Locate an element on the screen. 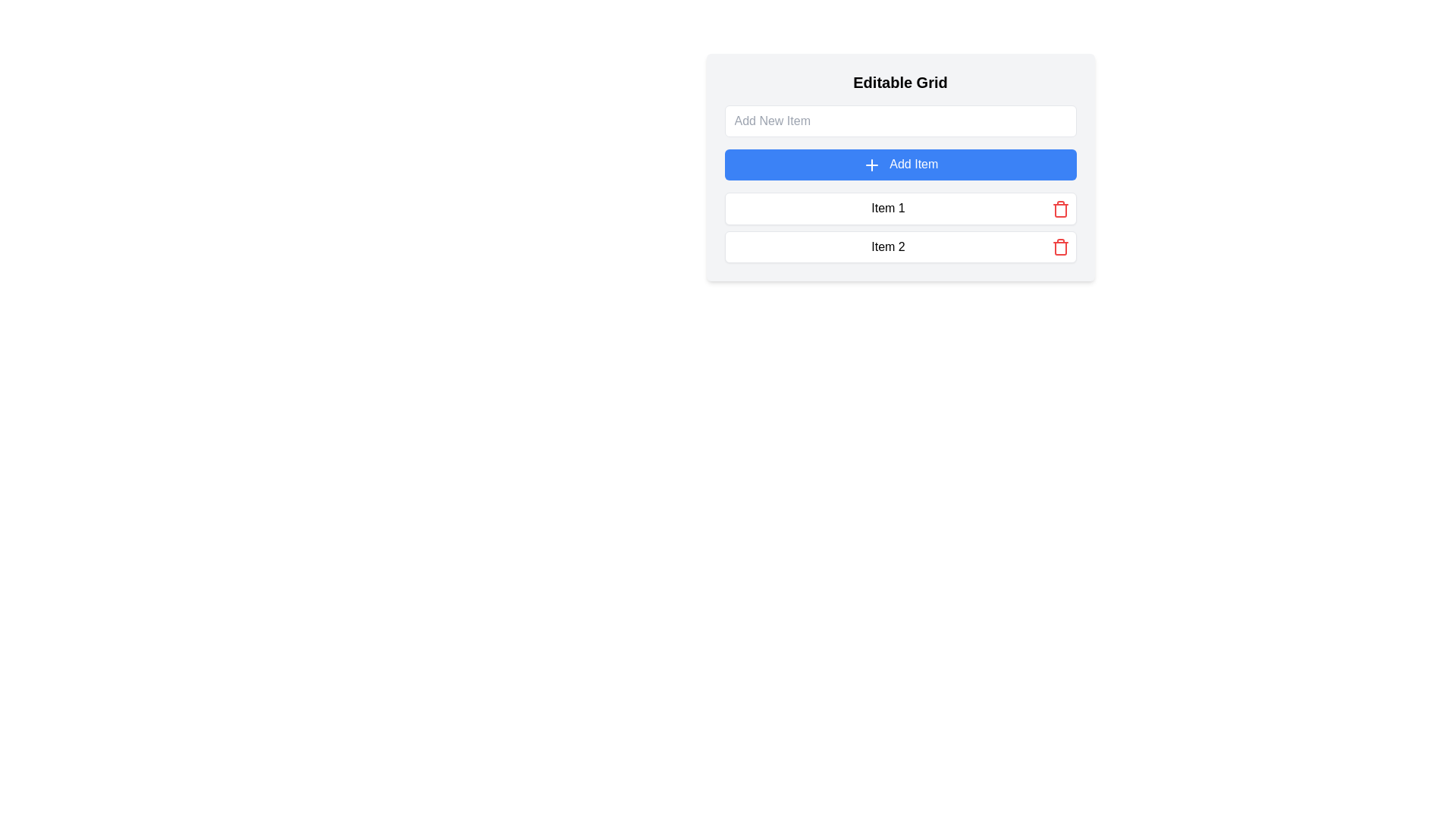  the text label representing 'Item 1', which is positioned to the left of the trash icon and above 'Item 2' is located at coordinates (888, 209).